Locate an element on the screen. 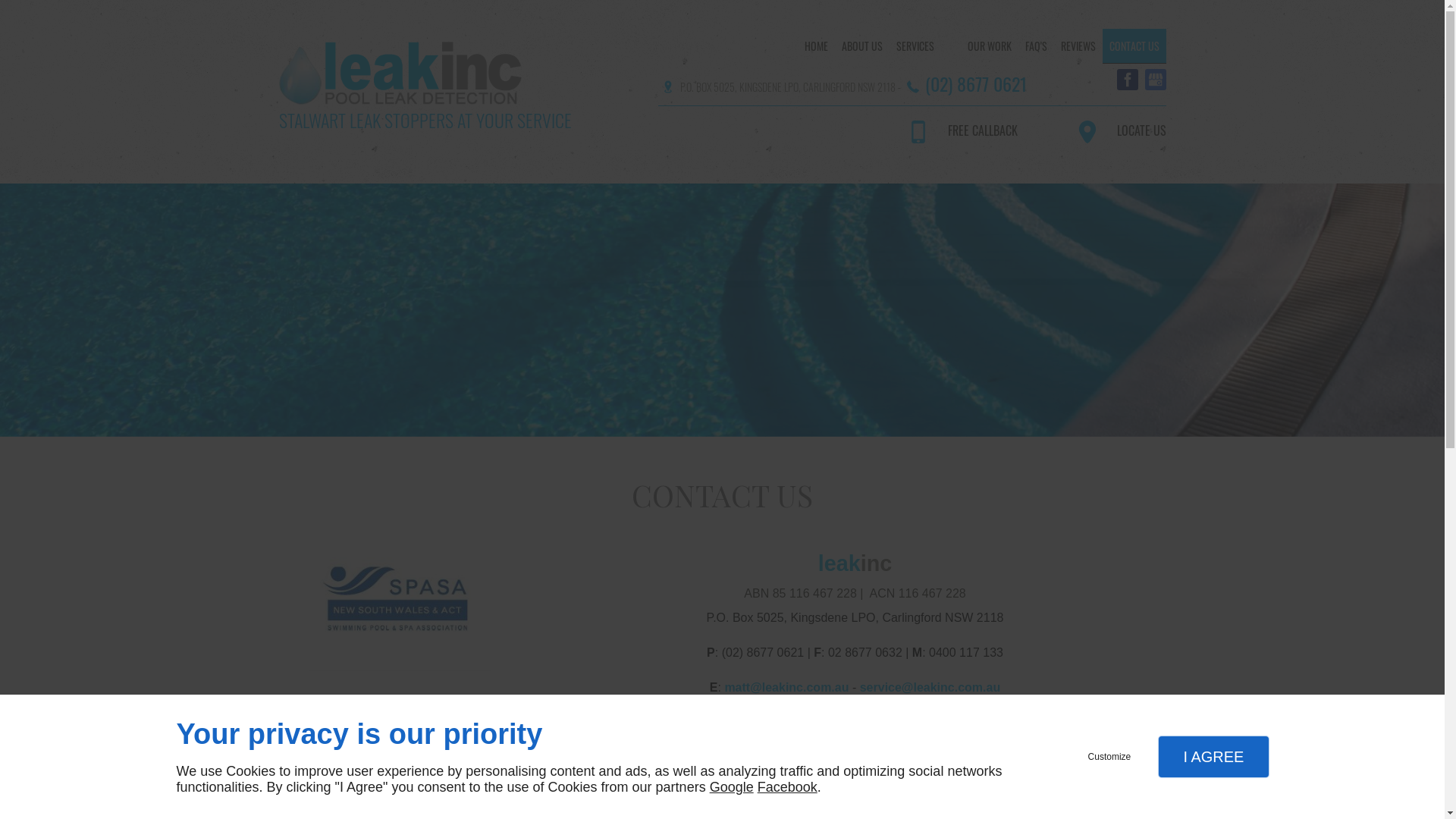 Image resolution: width=1456 pixels, height=819 pixels. 'Mybusiness' is located at coordinates (1154, 79).